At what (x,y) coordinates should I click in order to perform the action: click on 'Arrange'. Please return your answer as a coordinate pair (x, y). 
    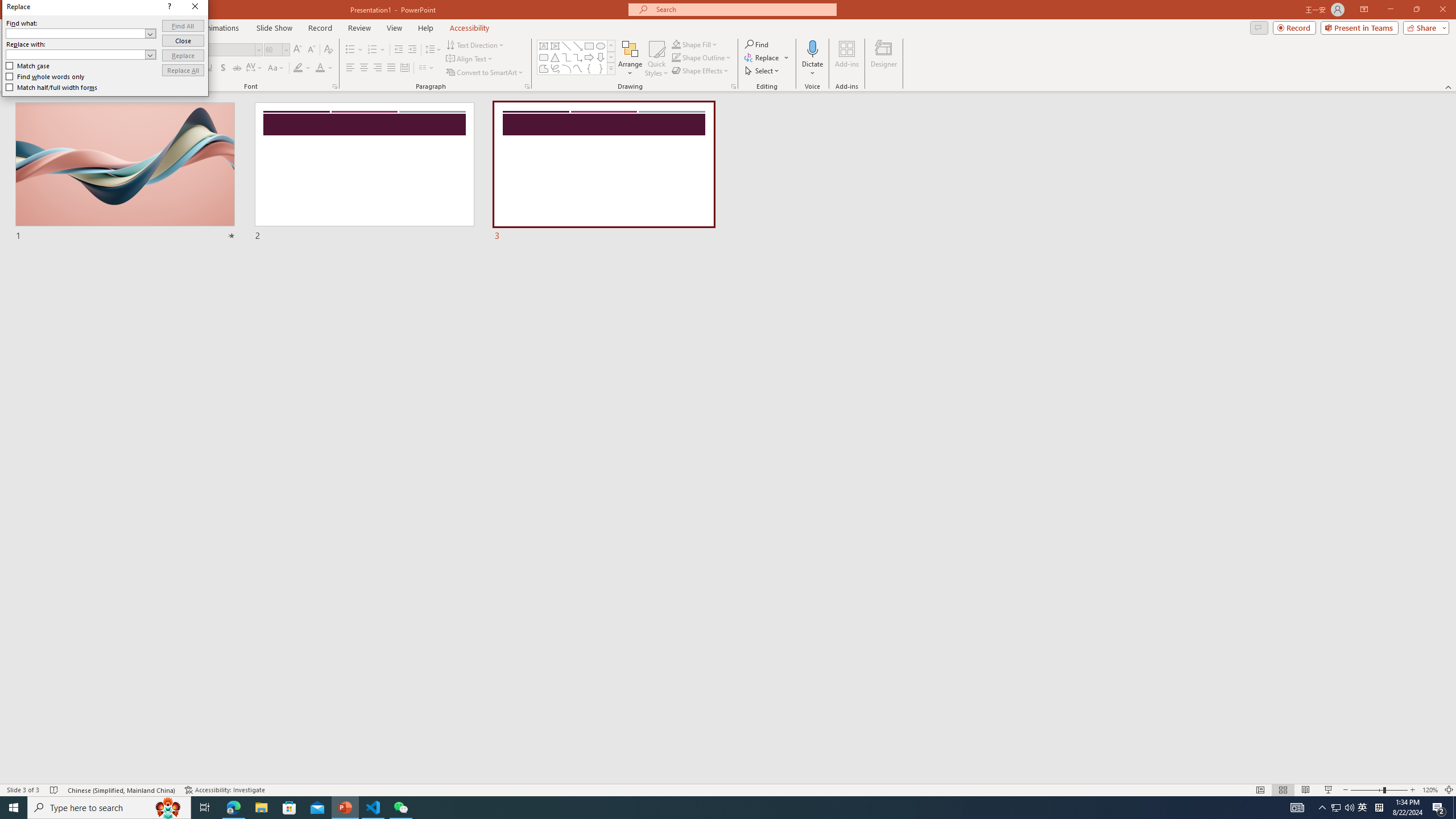
    Looking at the image, I should click on (630, 59).